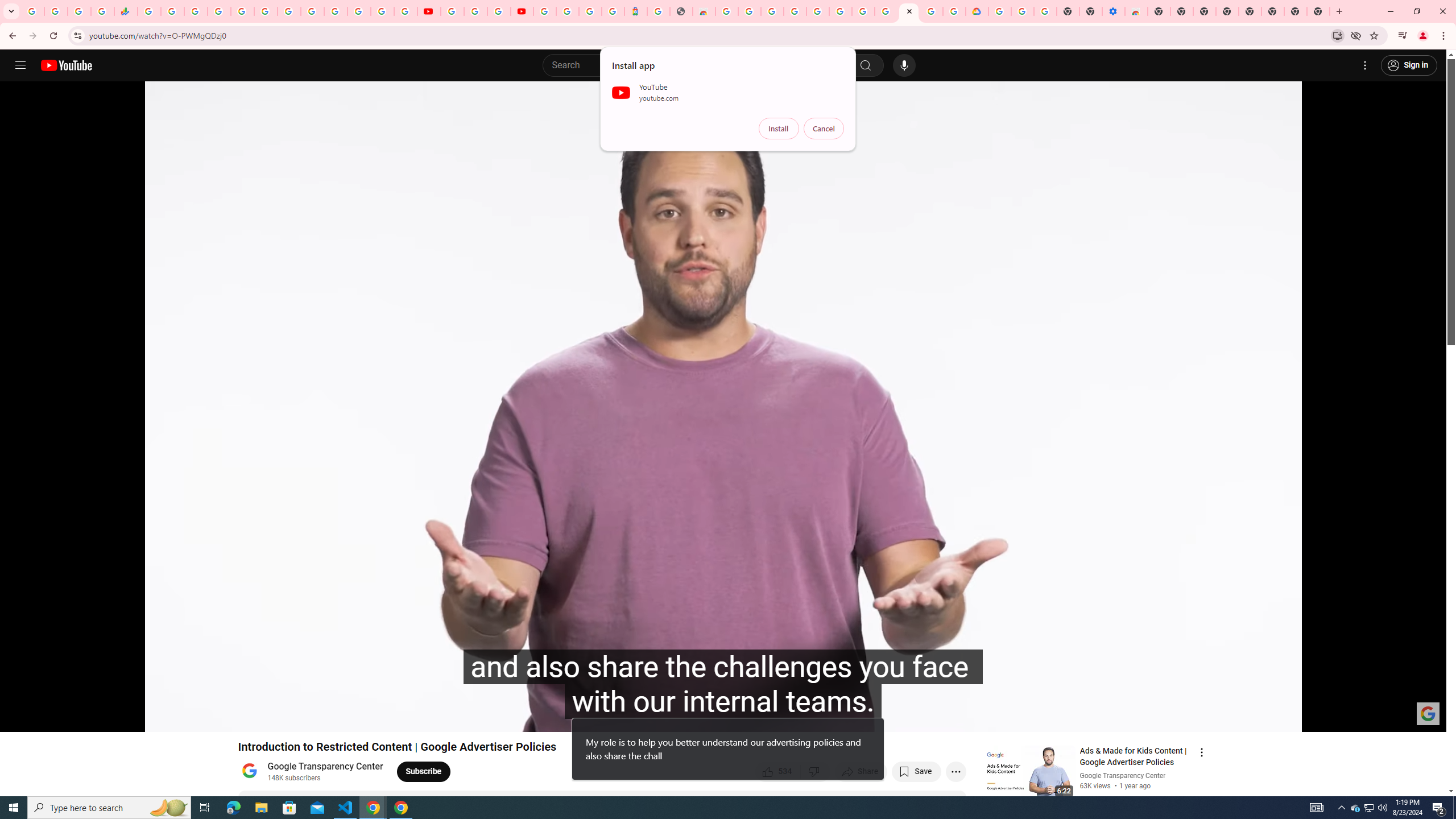 This screenshot has width=1456, height=819. What do you see at coordinates (954, 11) in the screenshot?
I see `'Browse the Google Chrome Community - Google Chrome Community'` at bounding box center [954, 11].